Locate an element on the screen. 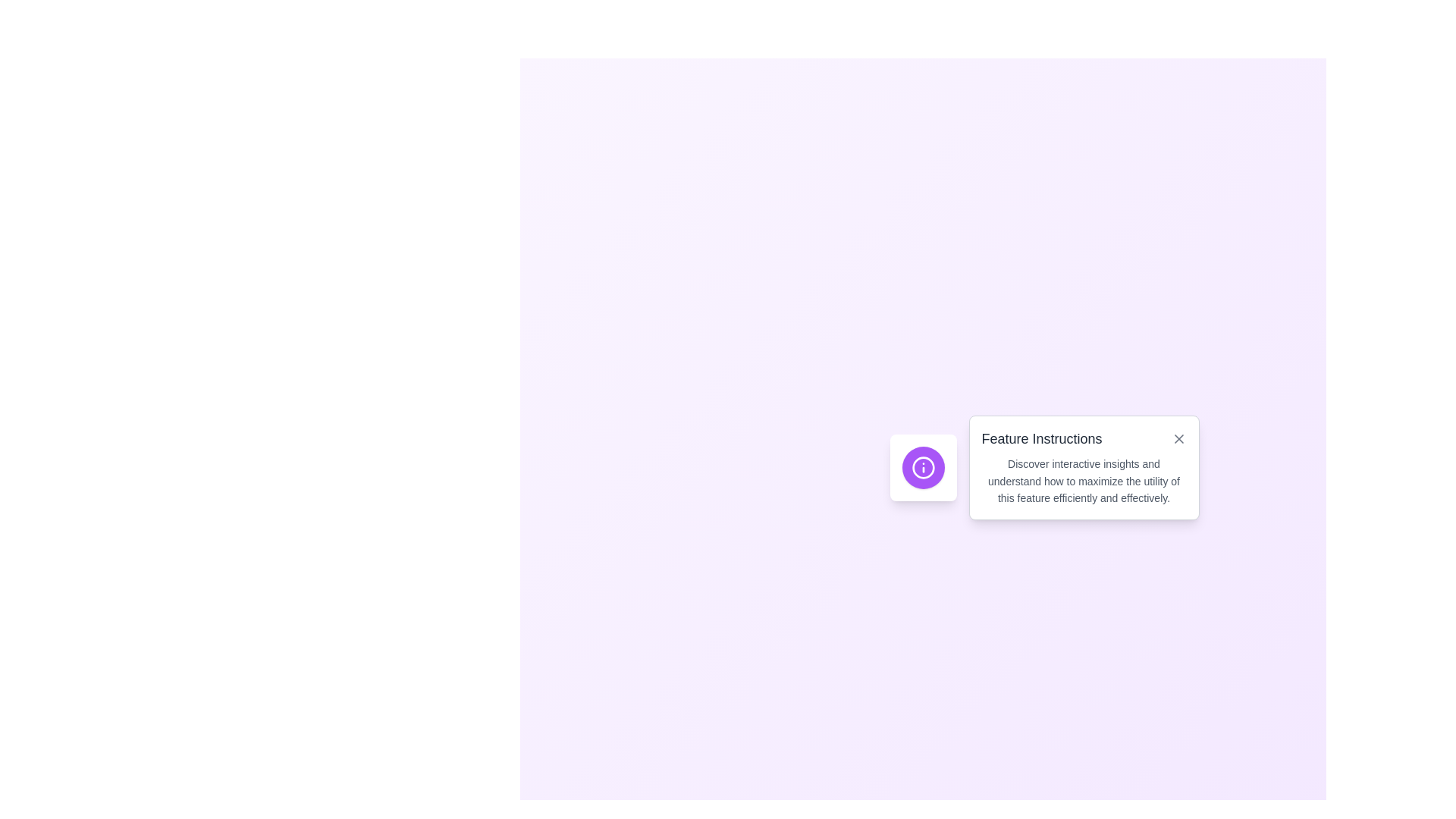  the SVG Circle icon located to the left of the 'Feature Instructions' text area, which serves as an interactive element for visual communication is located at coordinates (922, 467).